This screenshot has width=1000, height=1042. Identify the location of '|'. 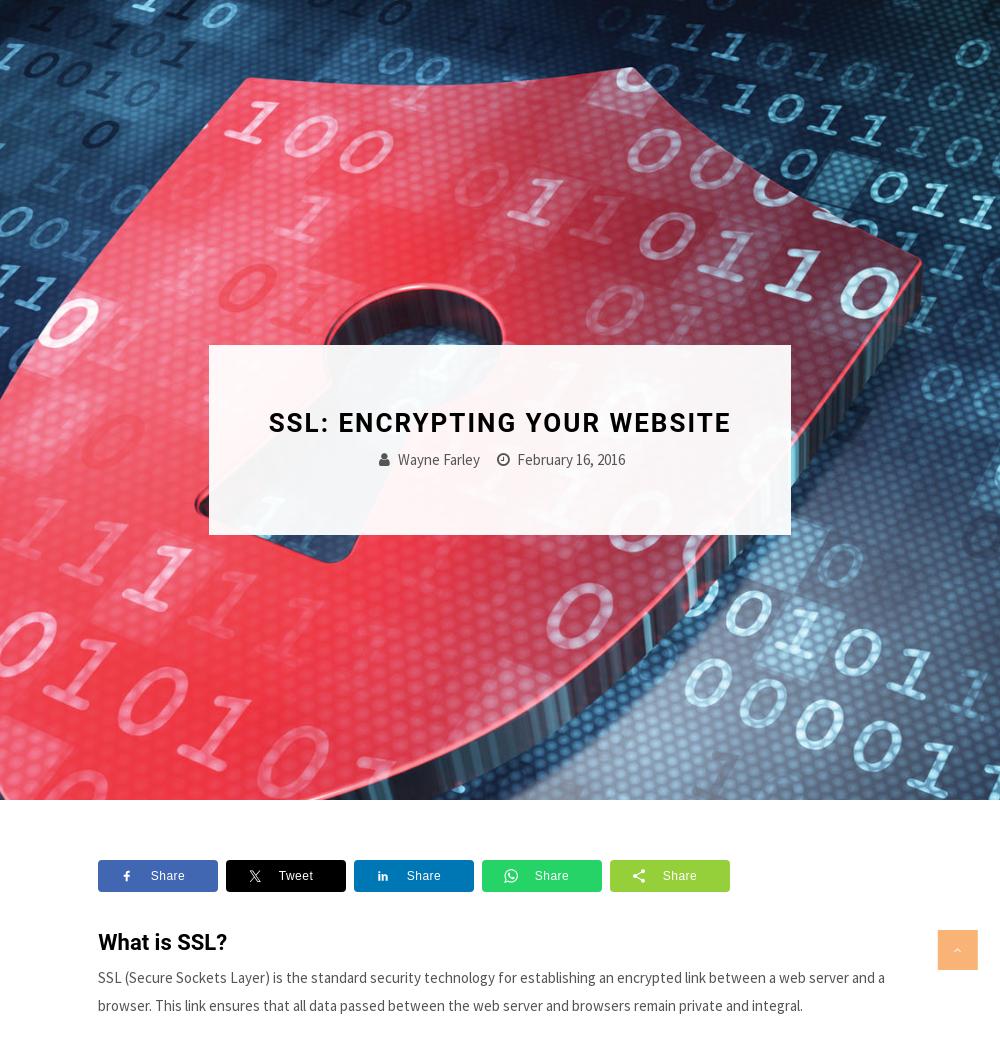
(859, 42).